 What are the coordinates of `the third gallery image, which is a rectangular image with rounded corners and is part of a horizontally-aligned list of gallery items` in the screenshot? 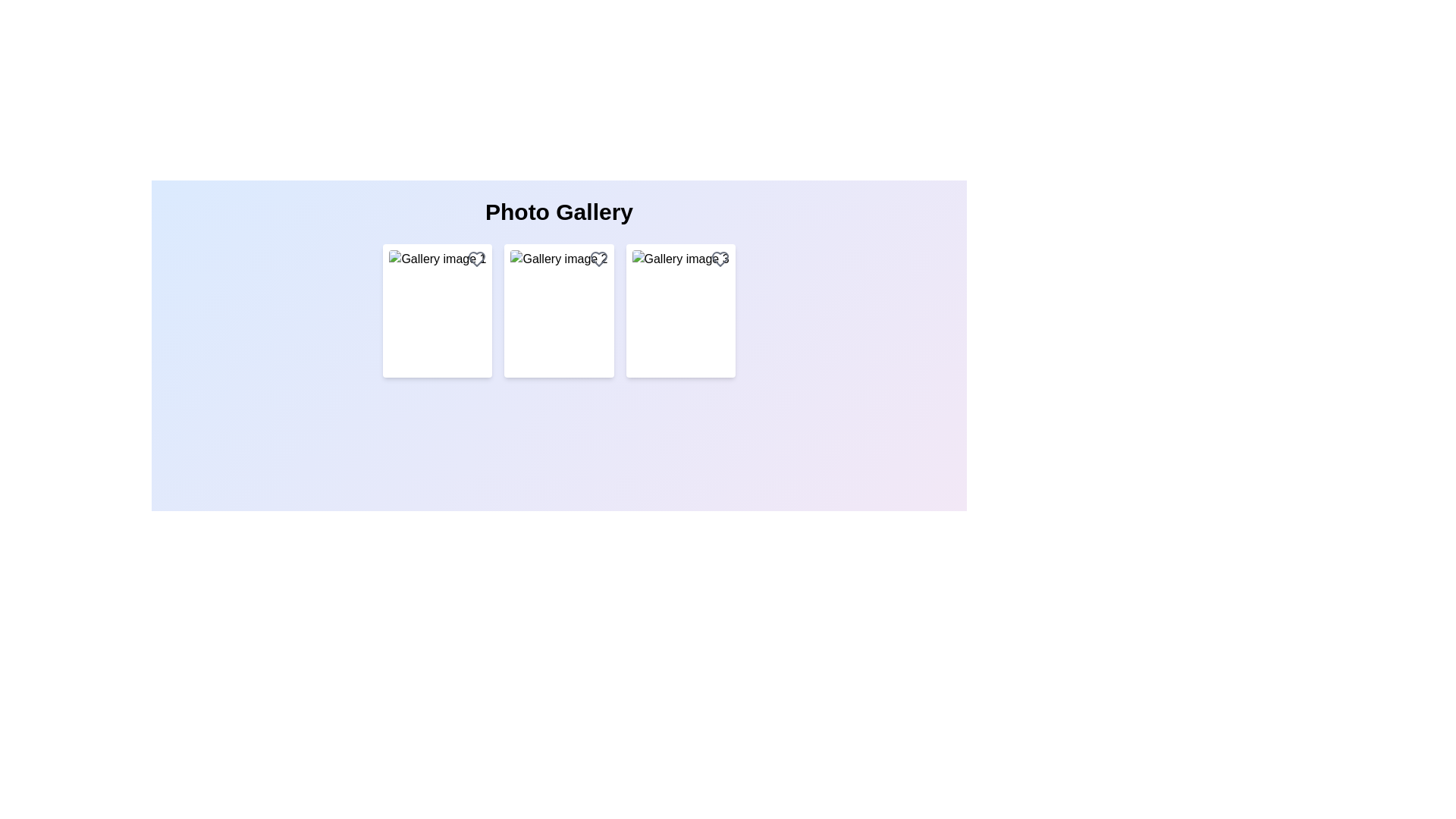 It's located at (679, 309).